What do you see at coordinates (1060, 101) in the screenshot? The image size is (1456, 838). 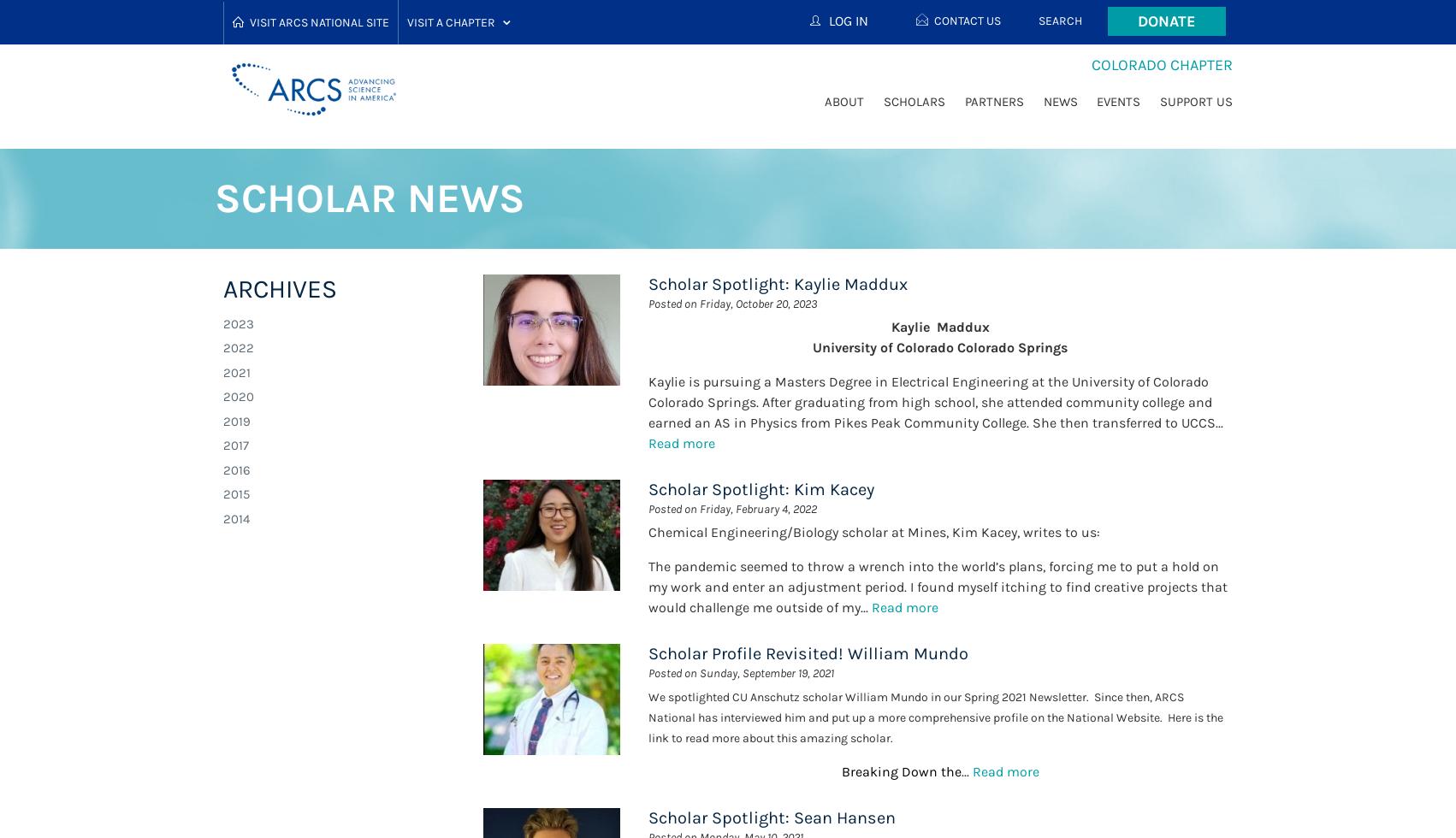 I see `'News'` at bounding box center [1060, 101].